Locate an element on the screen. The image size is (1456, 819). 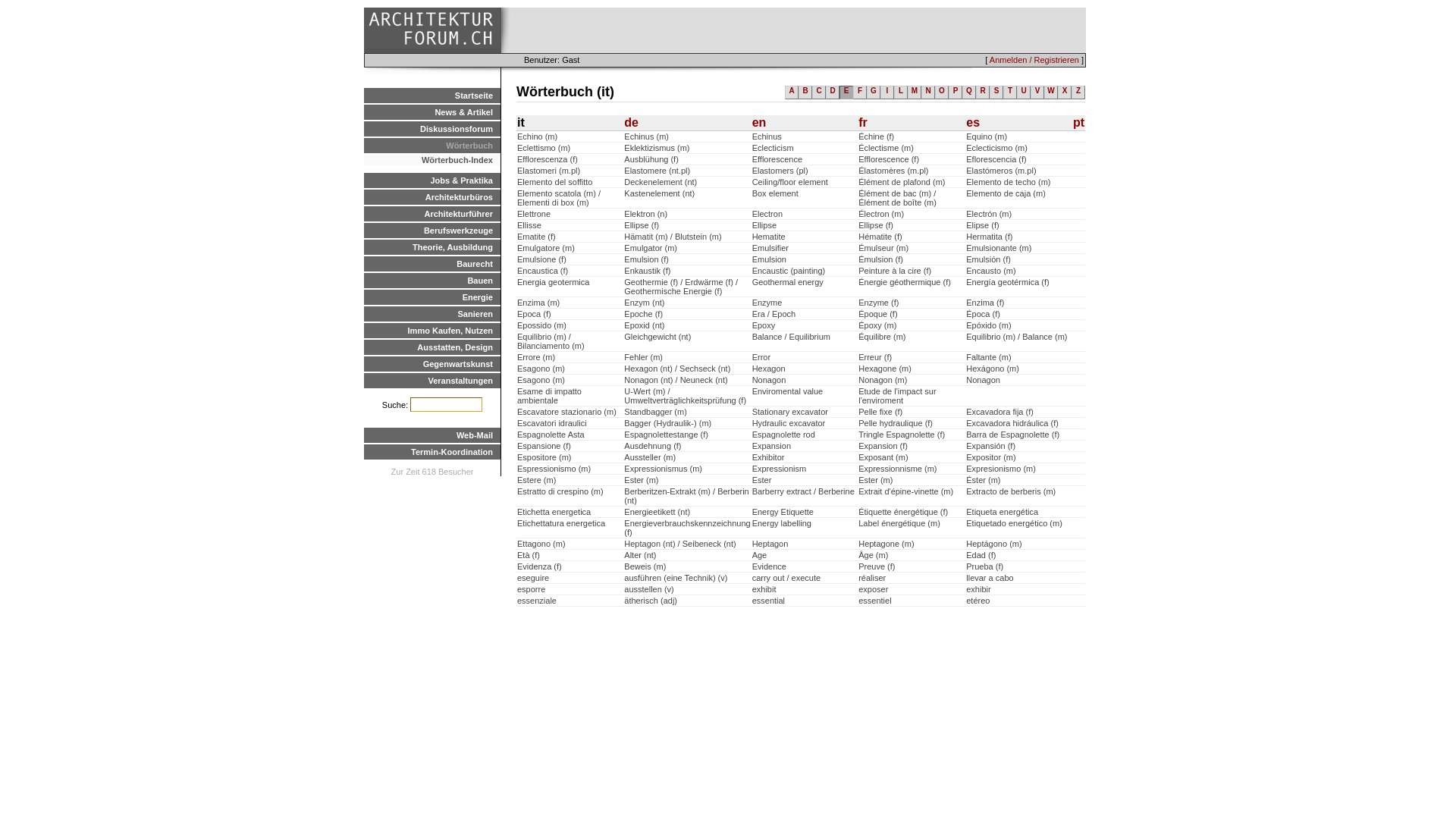
'A' is located at coordinates (790, 93).